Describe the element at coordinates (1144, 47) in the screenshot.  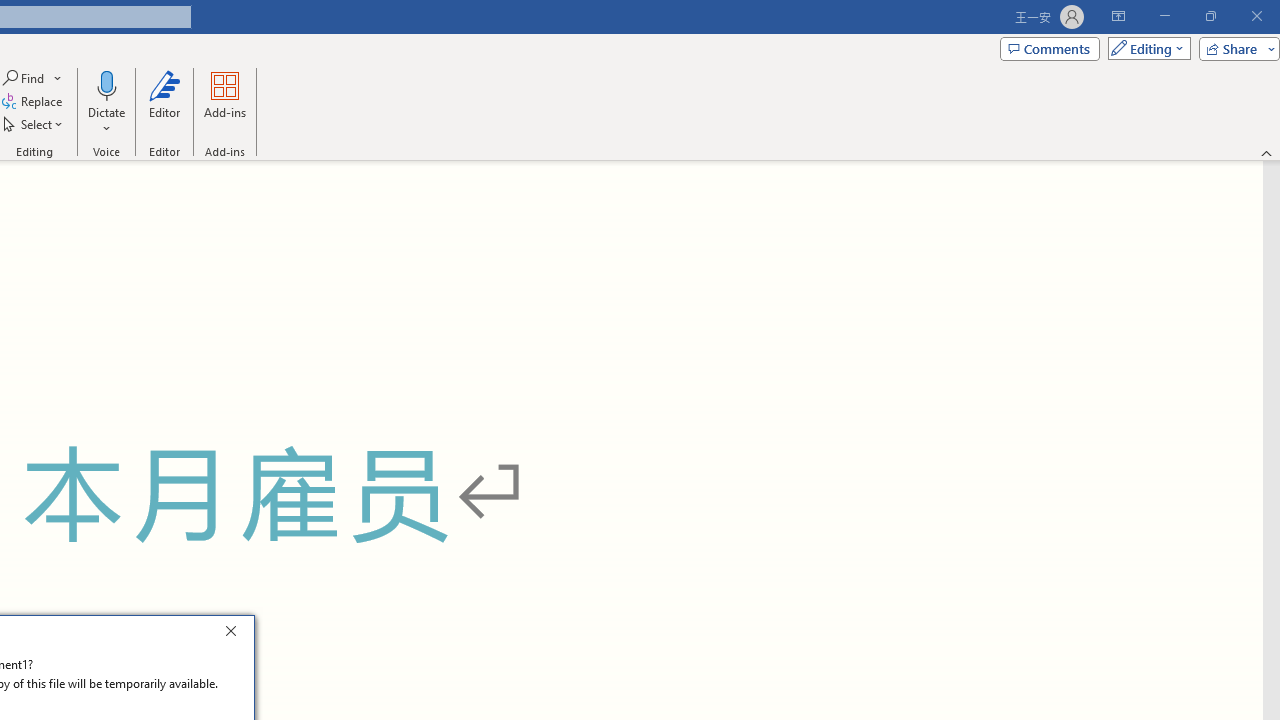
I see `'Editing'` at that location.